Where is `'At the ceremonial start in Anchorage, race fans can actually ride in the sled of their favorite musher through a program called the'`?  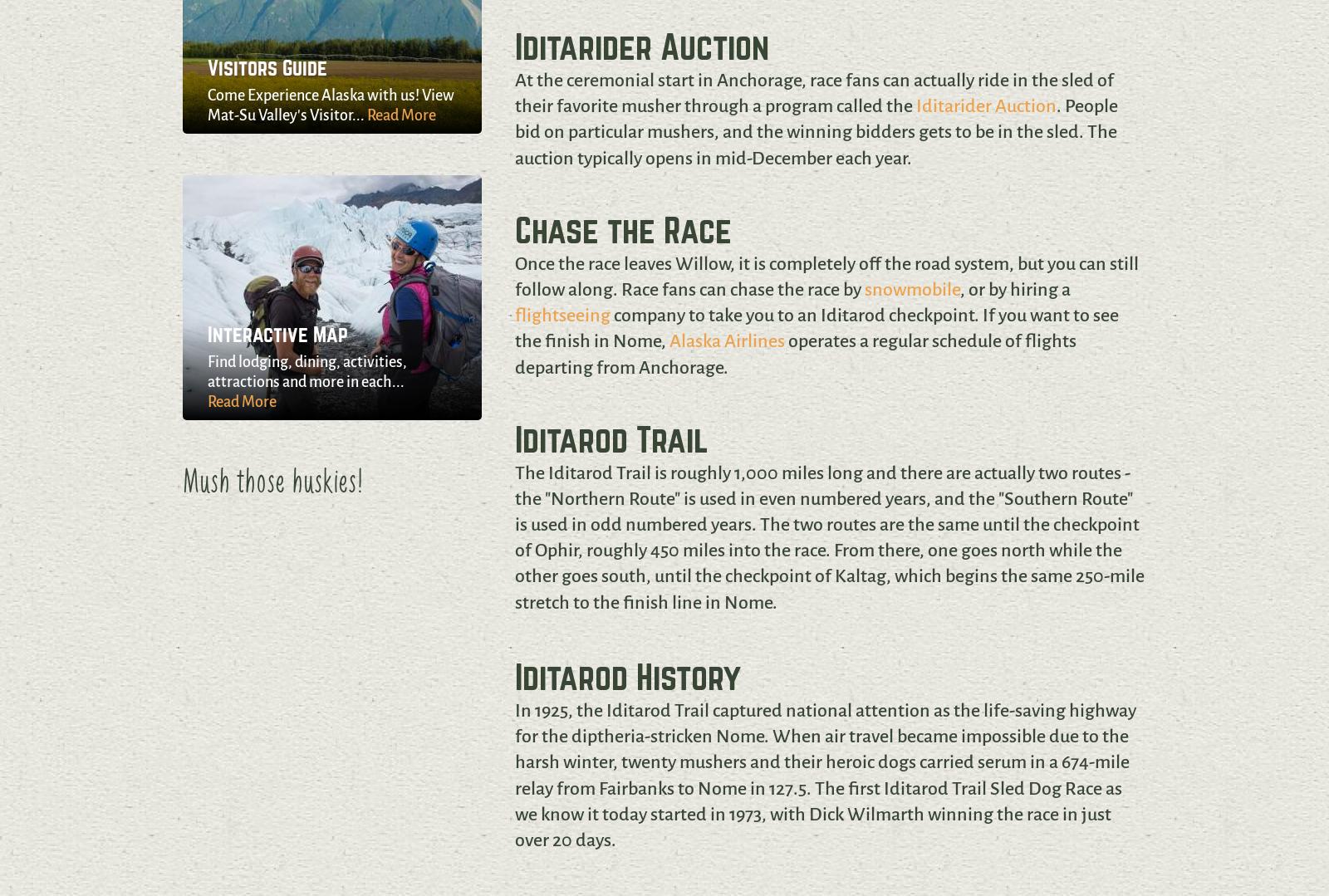 'At the ceremonial start in Anchorage, race fans can actually ride in the sled of their favorite musher through a program called the' is located at coordinates (812, 93).